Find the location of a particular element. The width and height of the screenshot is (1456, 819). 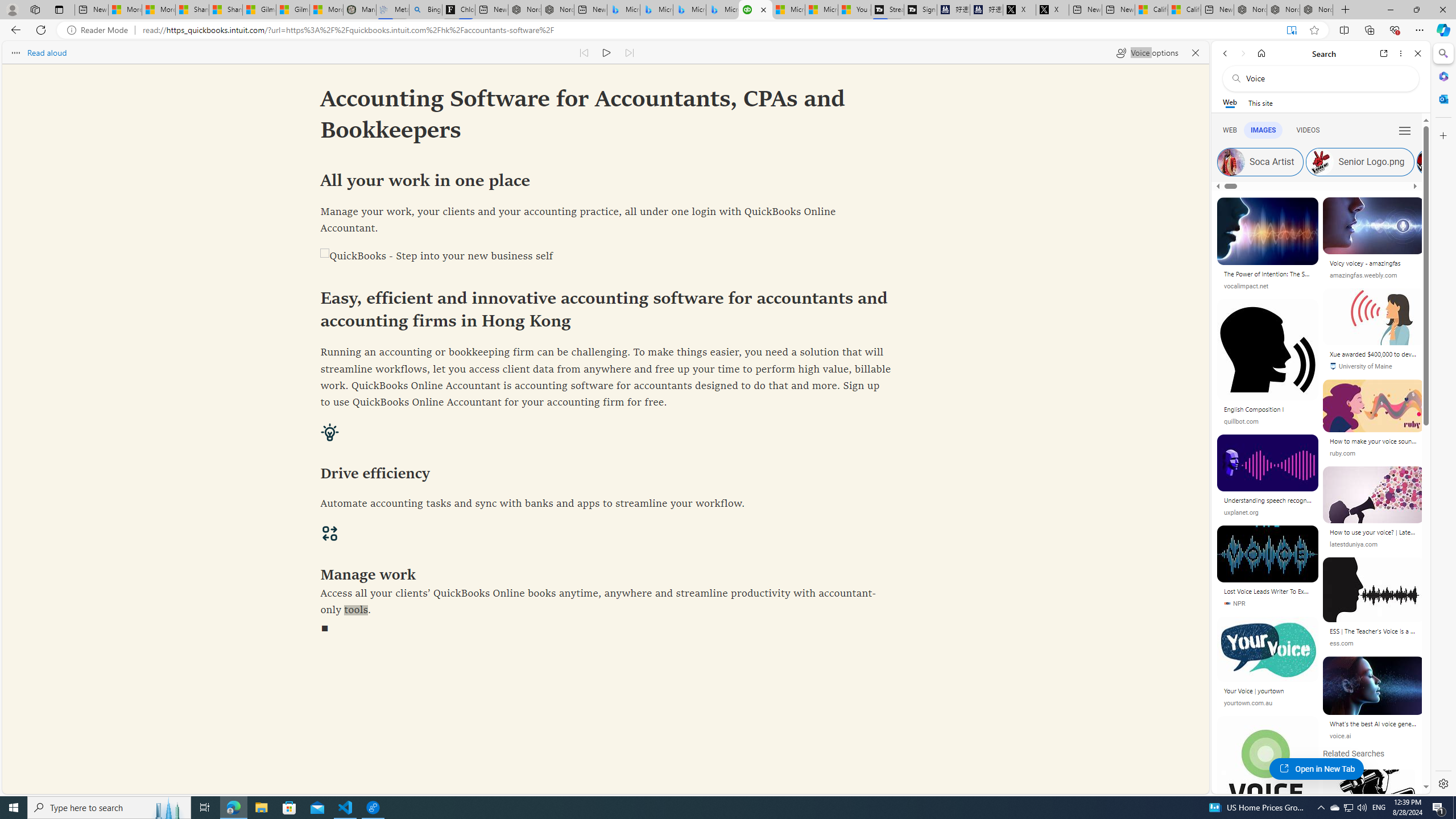

'latestduniya.com' is located at coordinates (1372, 543).